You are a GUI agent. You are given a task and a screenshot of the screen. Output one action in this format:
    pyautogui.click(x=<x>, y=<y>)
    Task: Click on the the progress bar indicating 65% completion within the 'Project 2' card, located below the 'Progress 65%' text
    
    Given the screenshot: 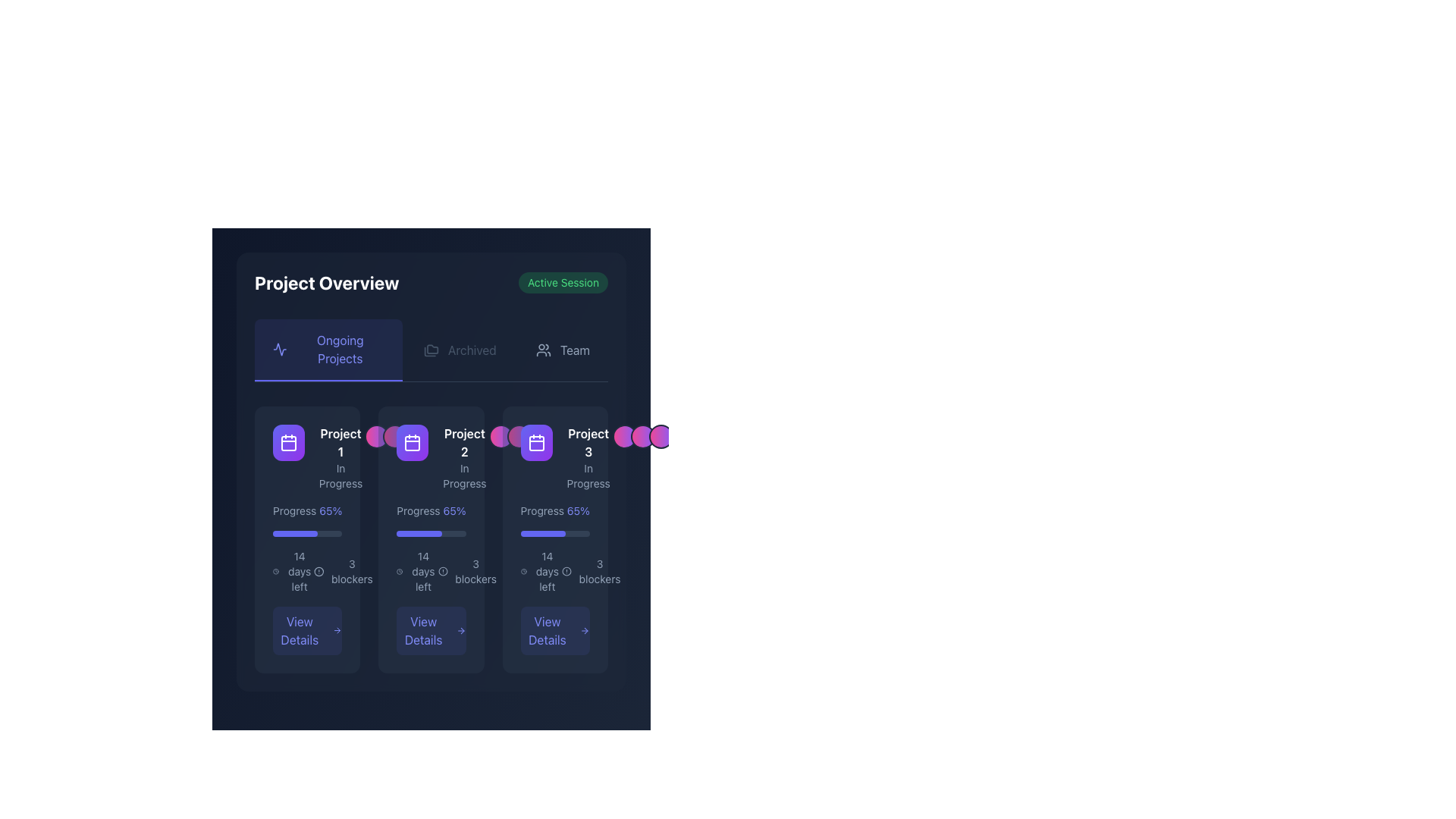 What is the action you would take?
    pyautogui.click(x=430, y=533)
    